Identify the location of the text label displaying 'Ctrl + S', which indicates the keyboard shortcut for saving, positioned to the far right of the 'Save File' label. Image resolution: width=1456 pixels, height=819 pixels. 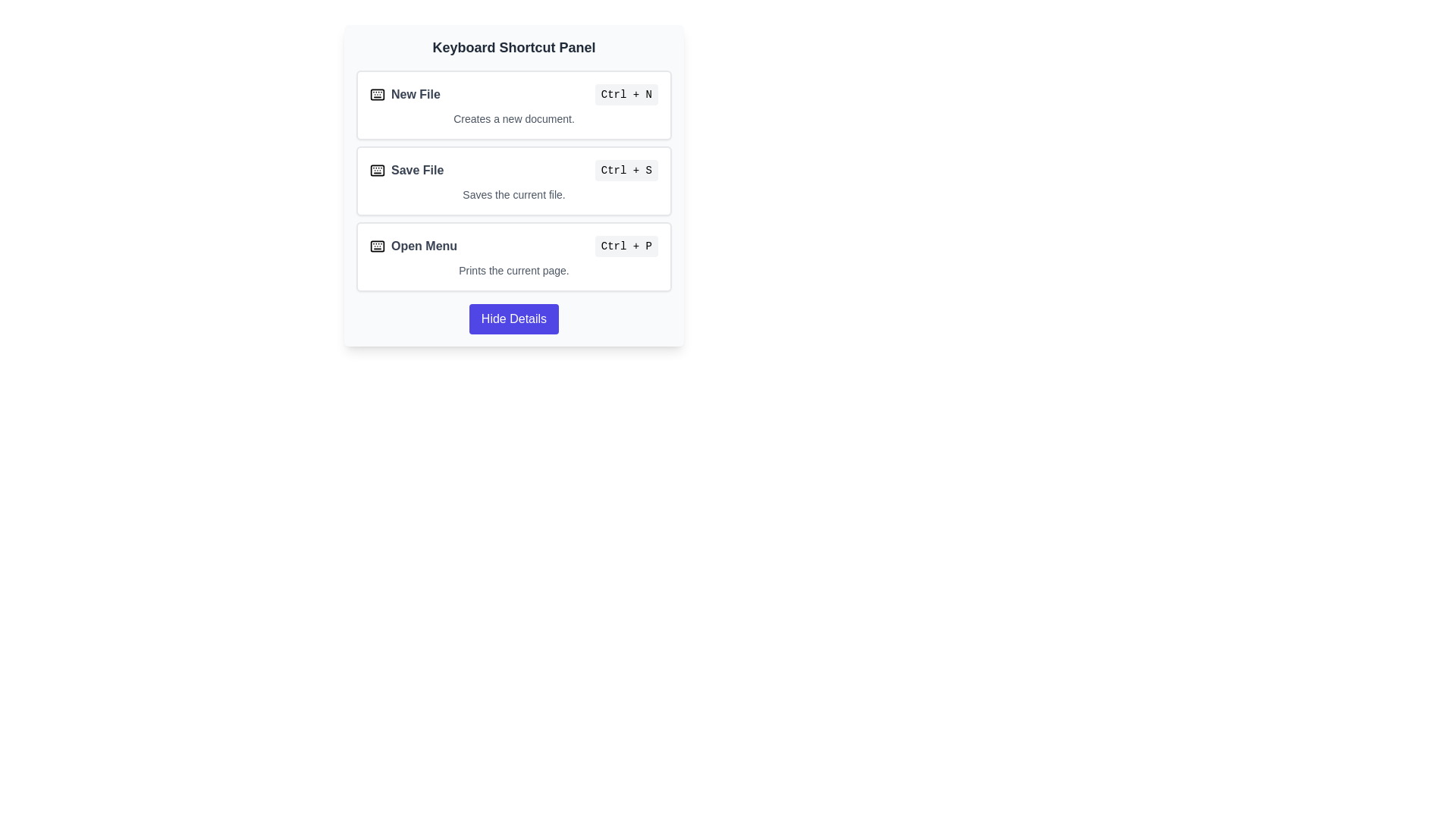
(626, 170).